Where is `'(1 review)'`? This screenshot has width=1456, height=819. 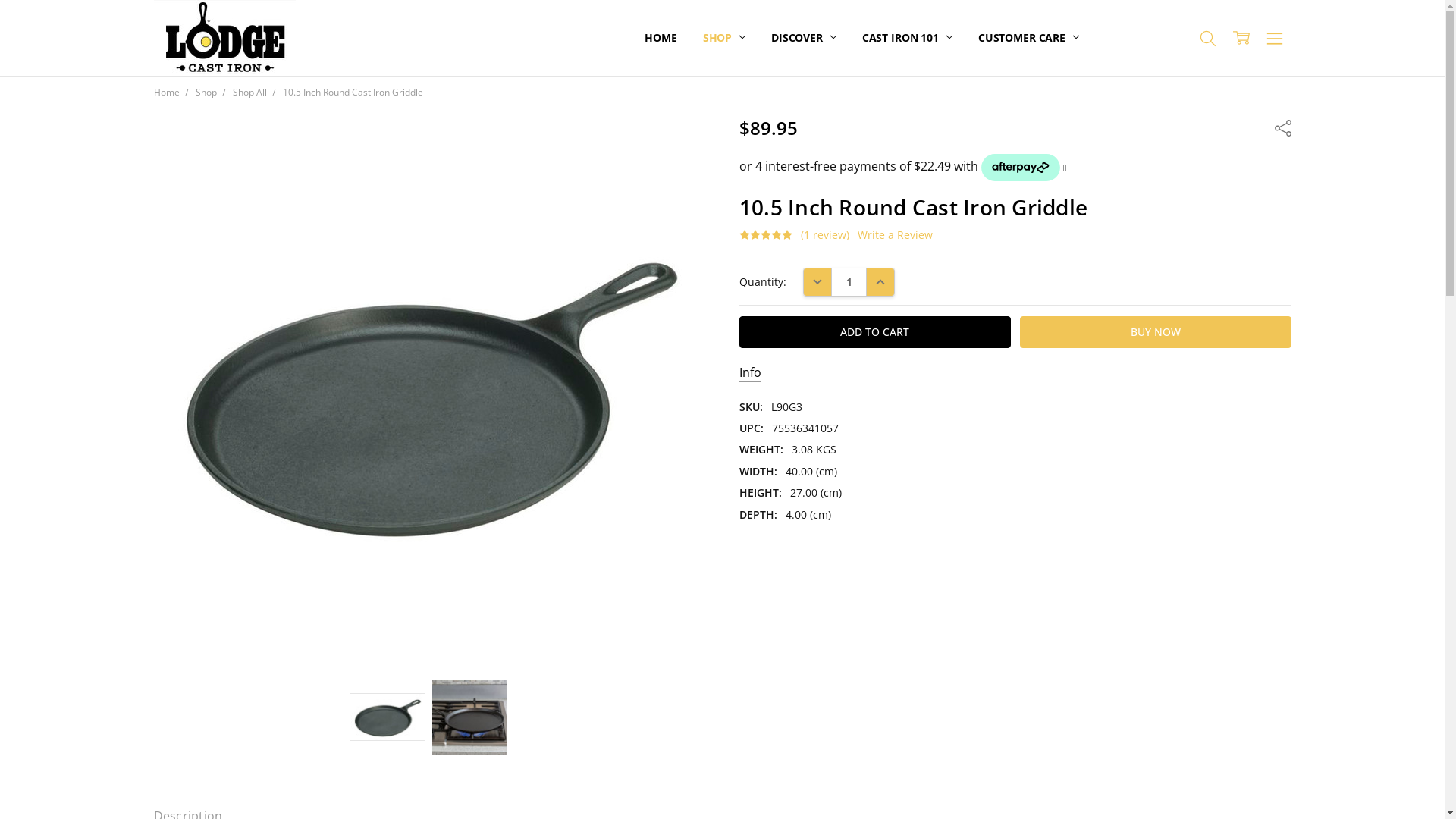 '(1 review)' is located at coordinates (824, 234).